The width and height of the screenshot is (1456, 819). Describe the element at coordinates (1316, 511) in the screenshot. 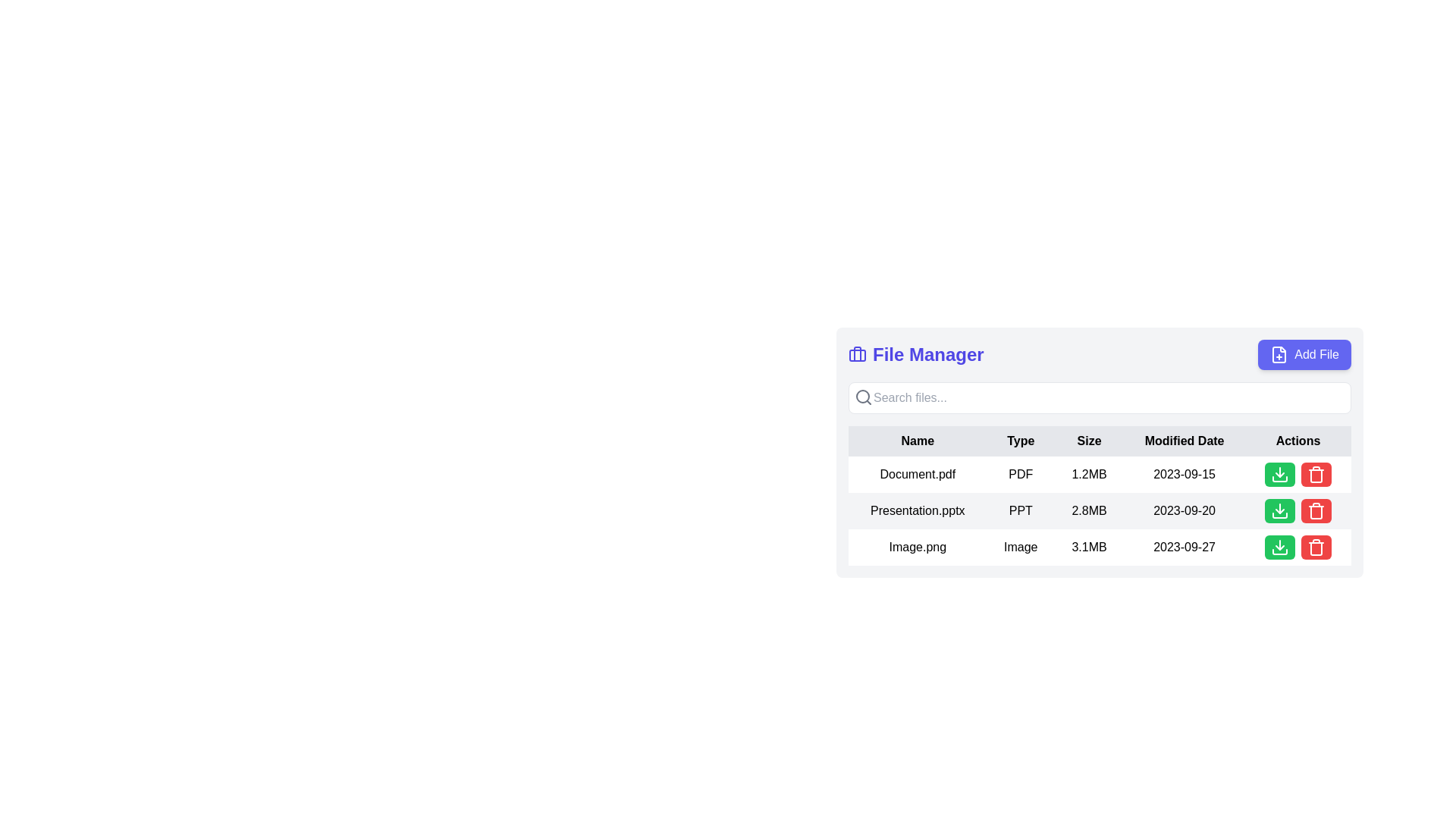

I see `the small red delete button with a trash icon in the 'Actions' column for the file 'Presentation.pptx'` at that location.